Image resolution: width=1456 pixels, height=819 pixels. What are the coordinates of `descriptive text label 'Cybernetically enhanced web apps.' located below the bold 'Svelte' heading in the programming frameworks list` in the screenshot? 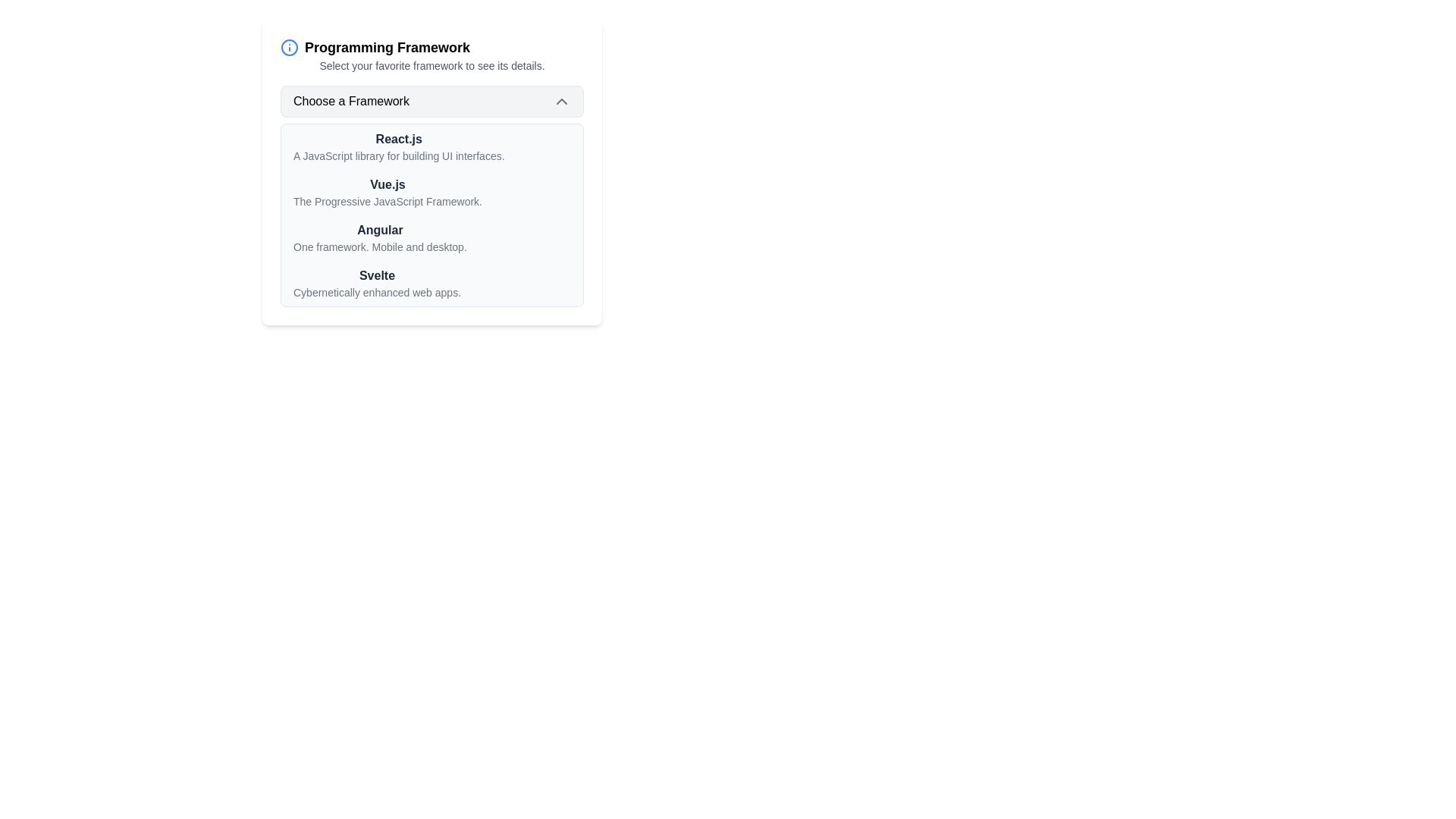 It's located at (377, 292).